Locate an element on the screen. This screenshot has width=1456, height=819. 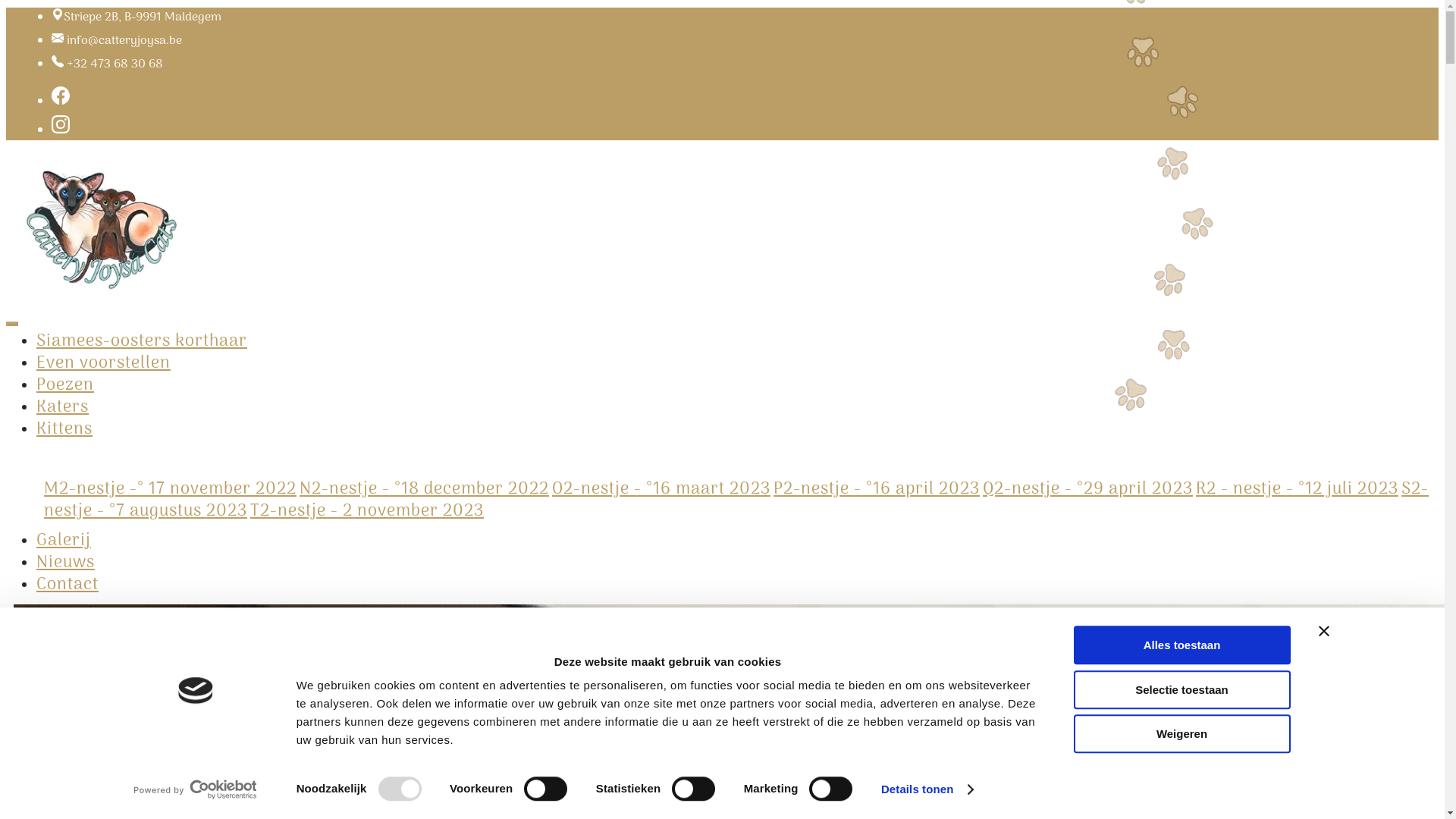
'Kittens' is located at coordinates (64, 429).